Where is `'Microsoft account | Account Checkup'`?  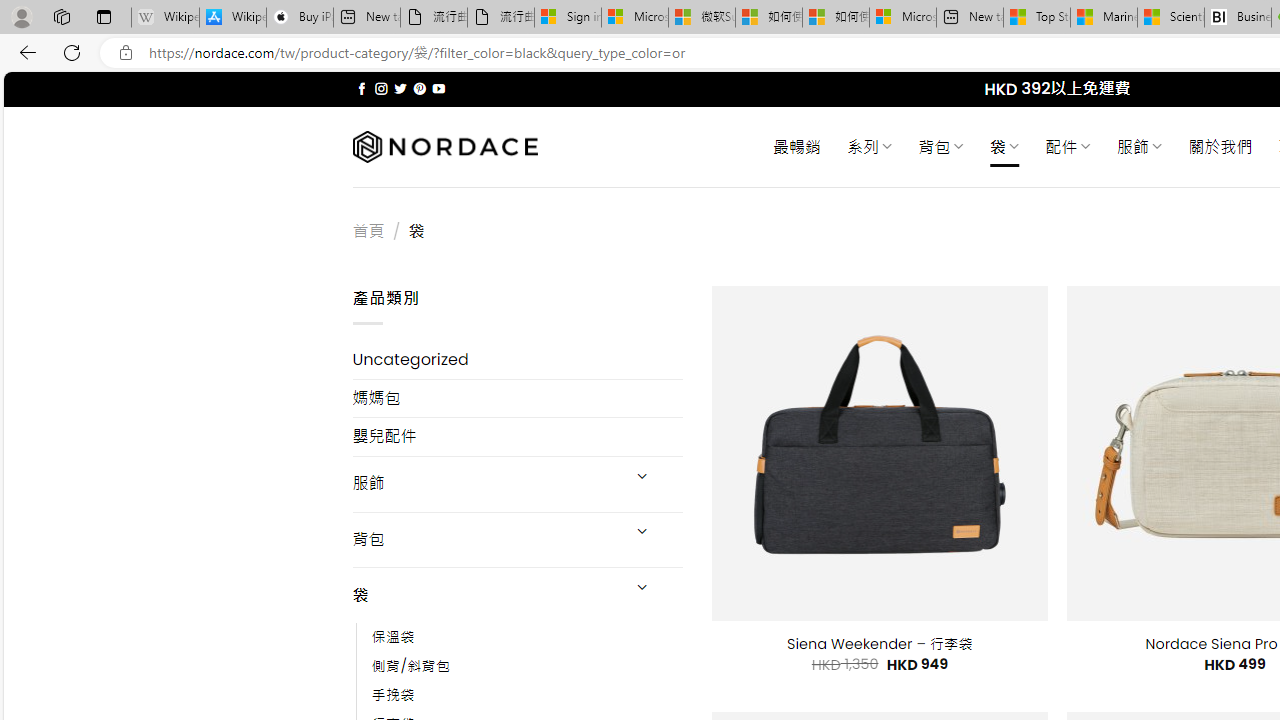
'Microsoft account | Account Checkup' is located at coordinates (902, 17).